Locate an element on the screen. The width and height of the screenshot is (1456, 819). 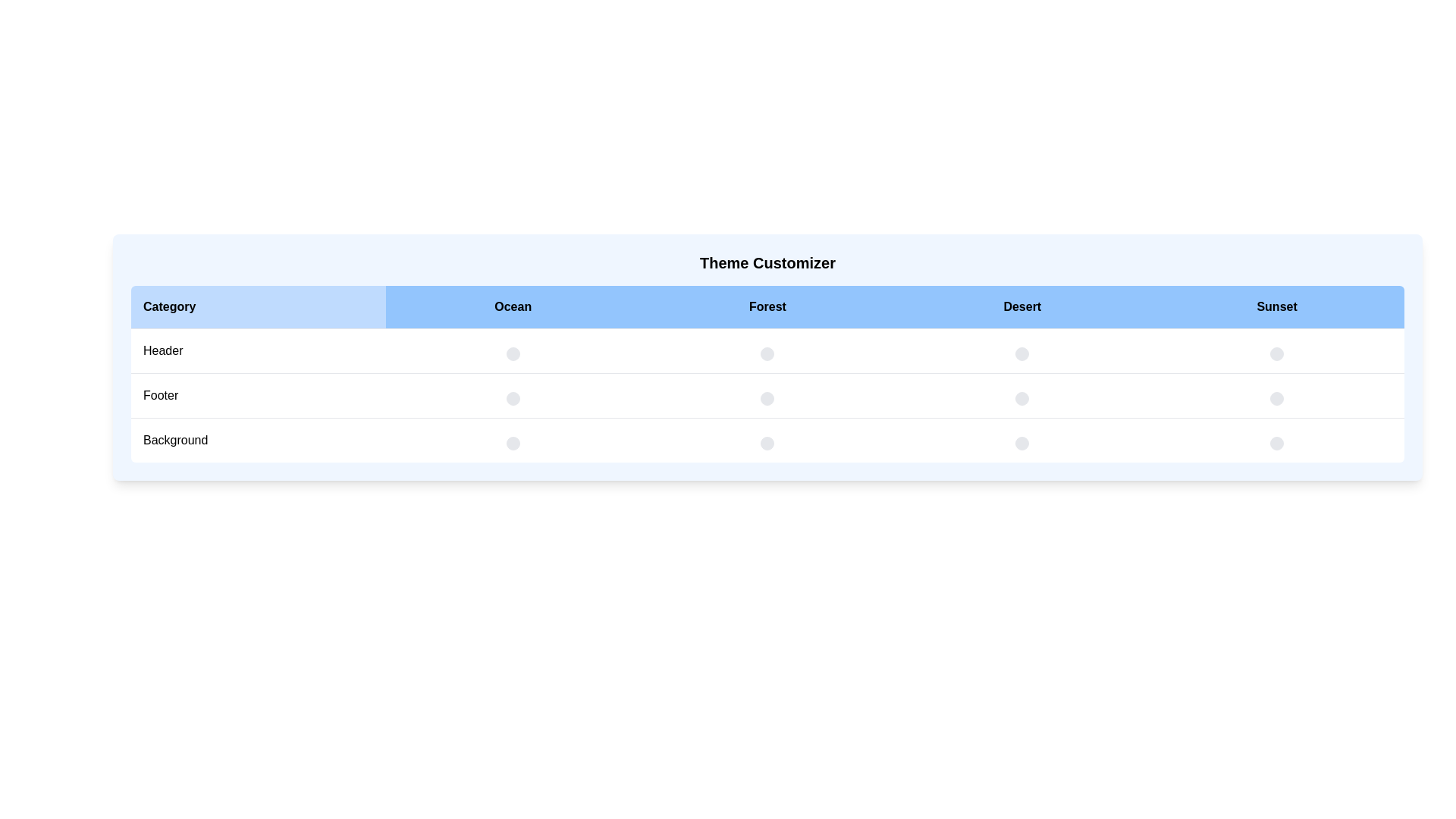
the small, round toggle button with a gray background located in the first row of the theme selection table under the 'Ocean' column is located at coordinates (513, 353).